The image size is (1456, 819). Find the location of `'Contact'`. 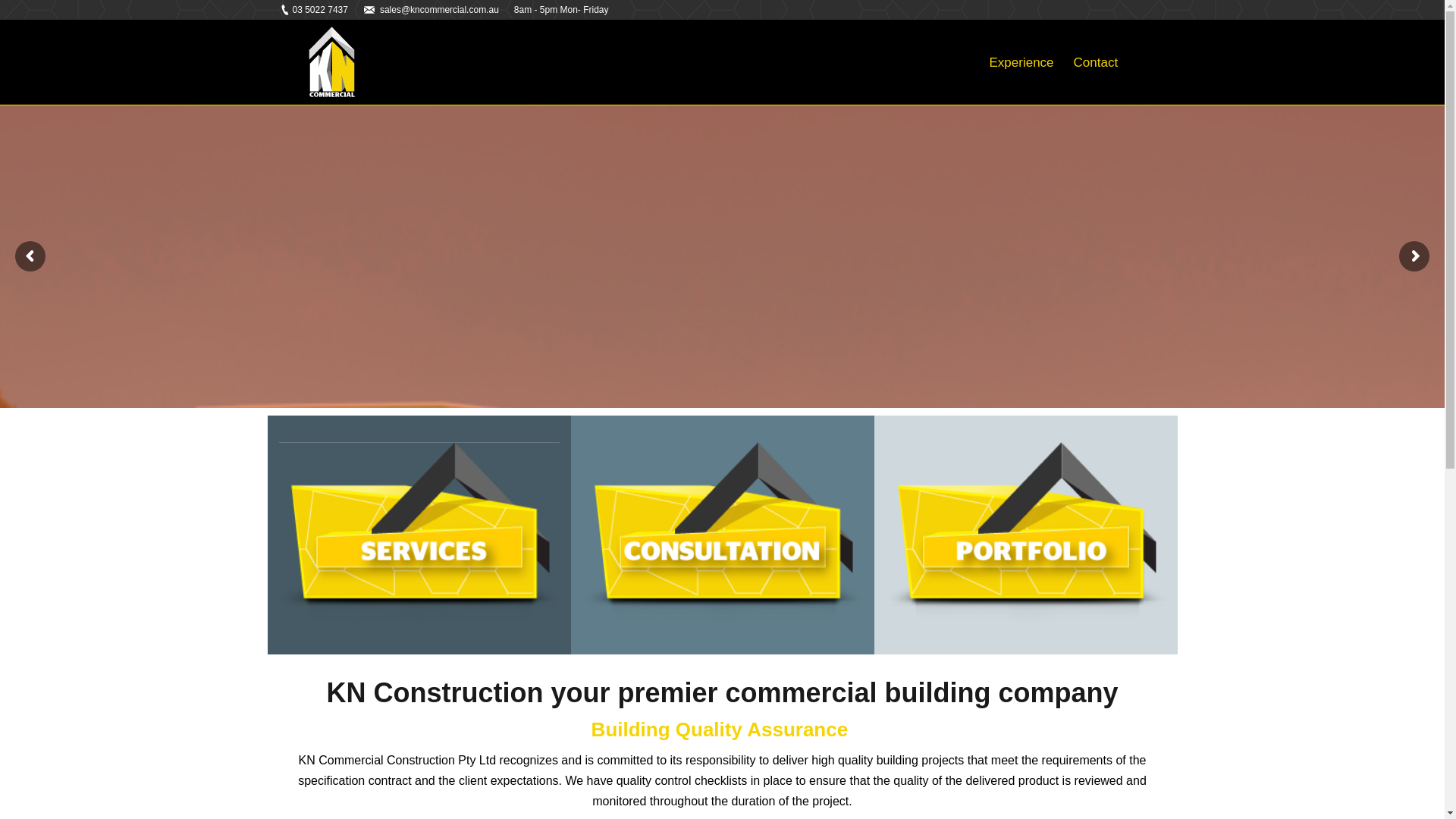

'Contact' is located at coordinates (1096, 61).